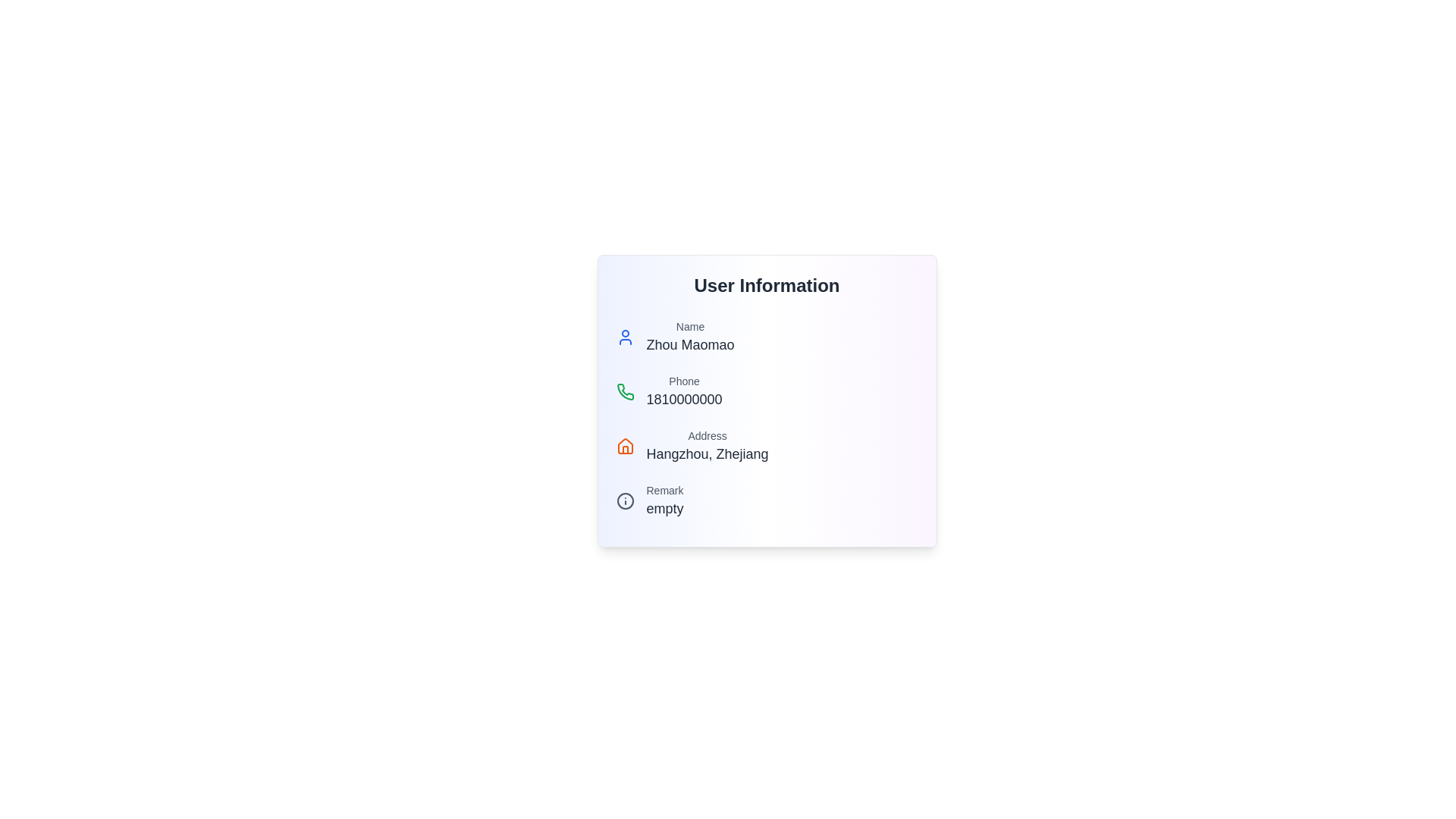  Describe the element at coordinates (665, 491) in the screenshot. I see `the Text label indicating remarks or comments within the 'User Information' section, located above the sibling text 'empty'` at that location.